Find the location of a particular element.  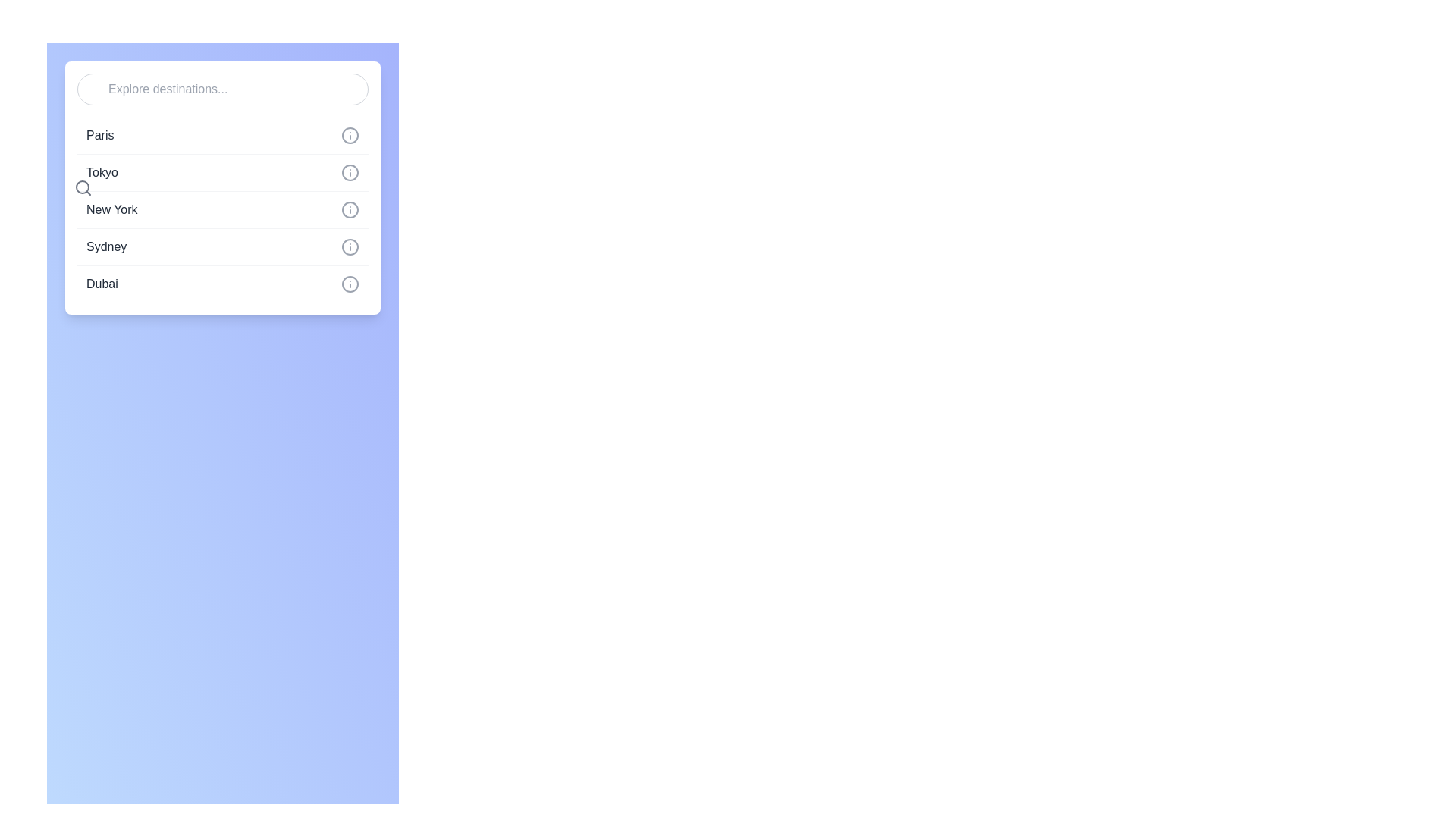

text label displaying the destination name 'Paris' located in the first row of the destination list, aligned to the left under the 'Explore destinations...' search bar is located at coordinates (99, 134).